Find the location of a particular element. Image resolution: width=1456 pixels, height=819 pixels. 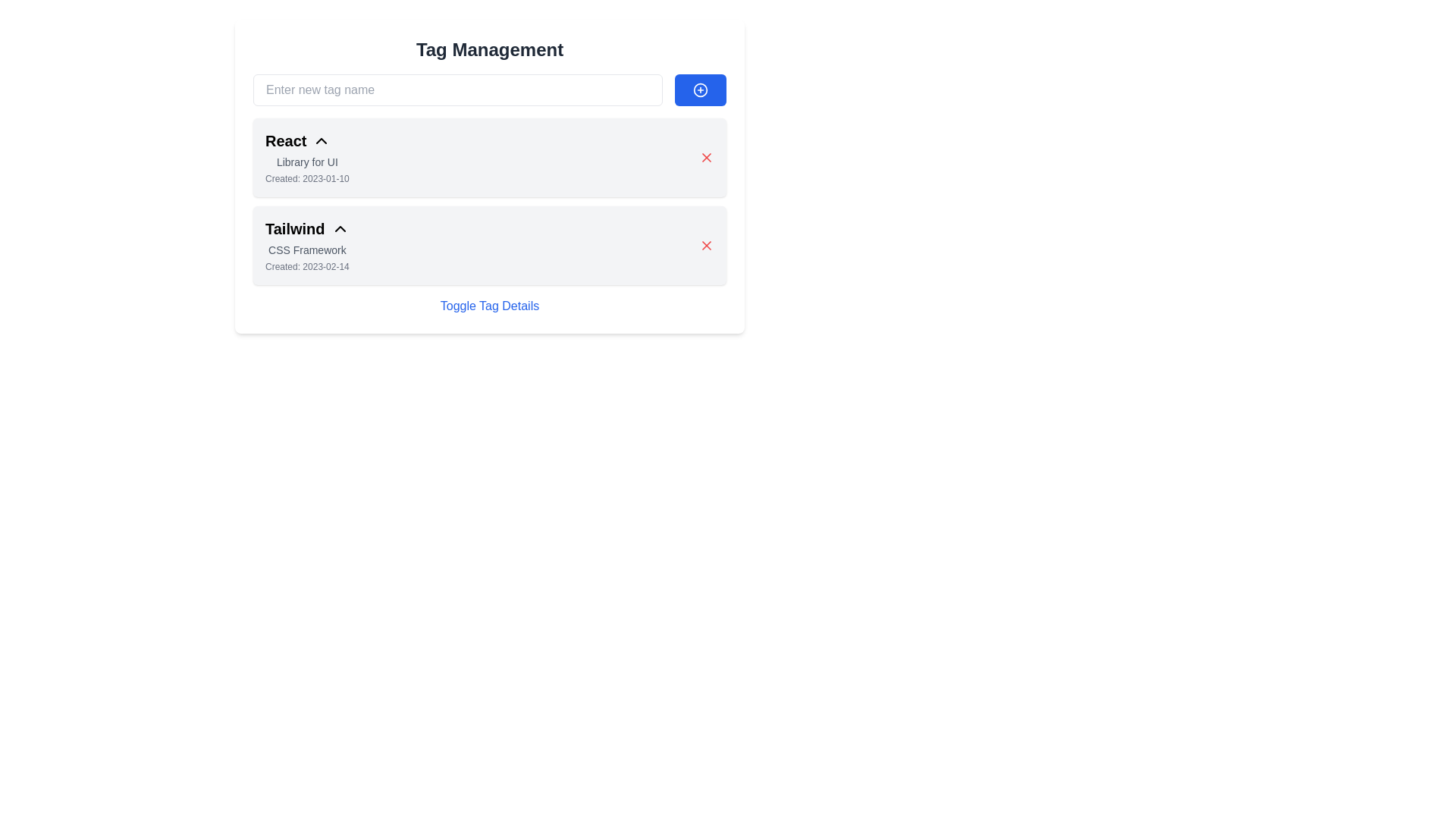

the static text displaying the creation date of the 'Tailwind' entry, located below the 'CSS Framework' label within its item group is located at coordinates (306, 265).